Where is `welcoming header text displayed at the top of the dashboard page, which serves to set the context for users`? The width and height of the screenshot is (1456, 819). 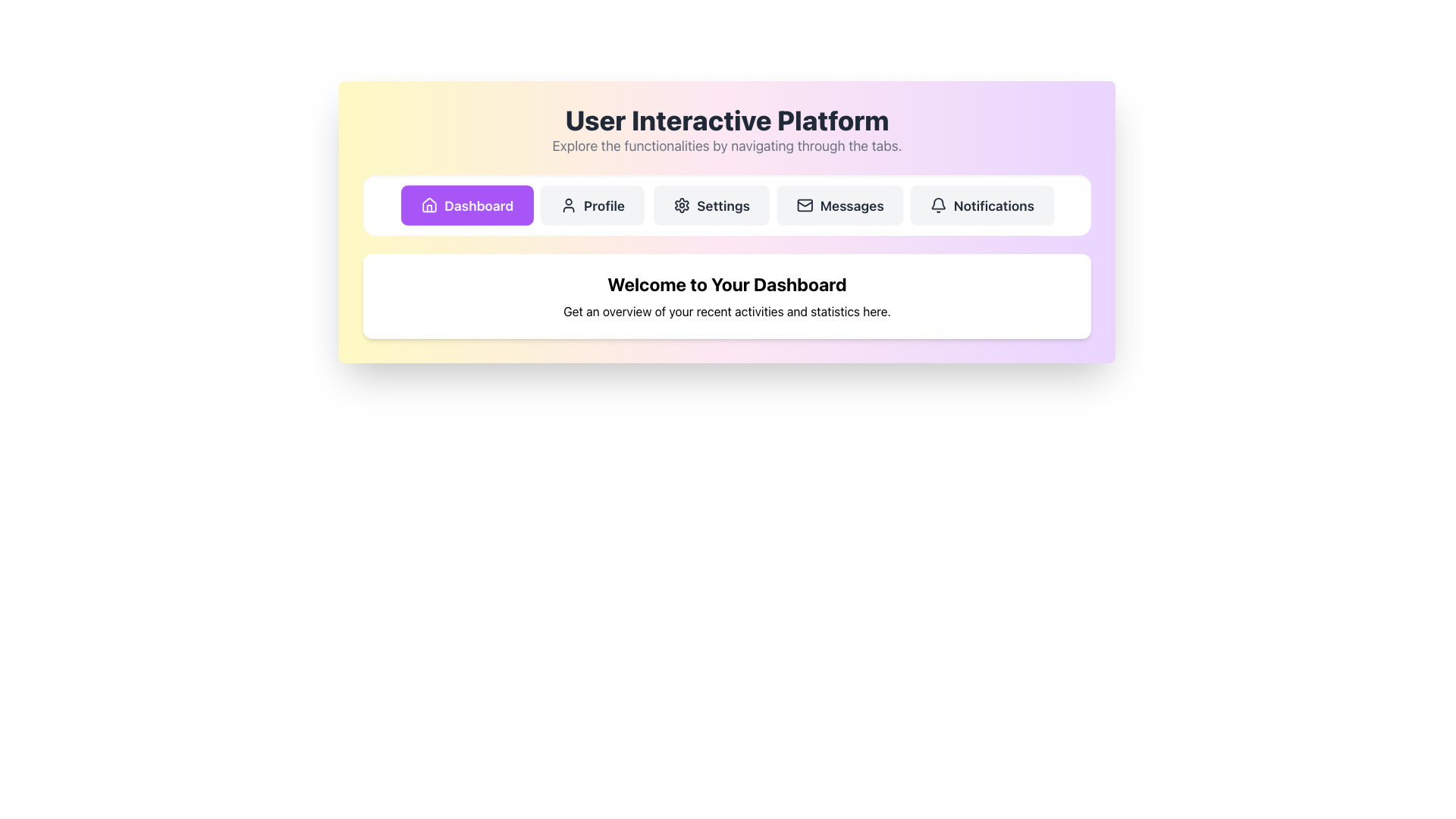 welcoming header text displayed at the top of the dashboard page, which serves to set the context for users is located at coordinates (726, 284).